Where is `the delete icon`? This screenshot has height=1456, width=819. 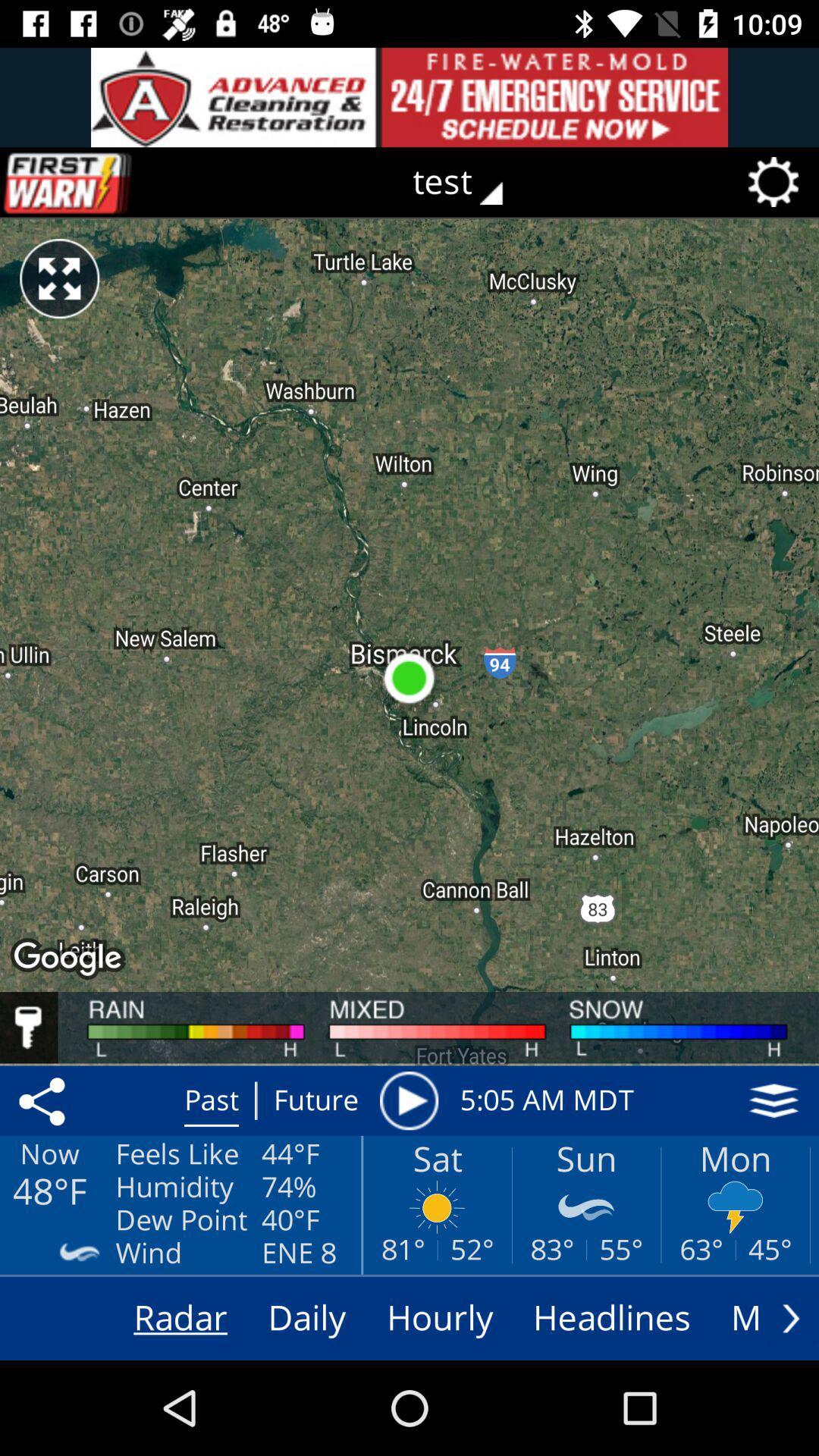
the delete icon is located at coordinates (99, 182).